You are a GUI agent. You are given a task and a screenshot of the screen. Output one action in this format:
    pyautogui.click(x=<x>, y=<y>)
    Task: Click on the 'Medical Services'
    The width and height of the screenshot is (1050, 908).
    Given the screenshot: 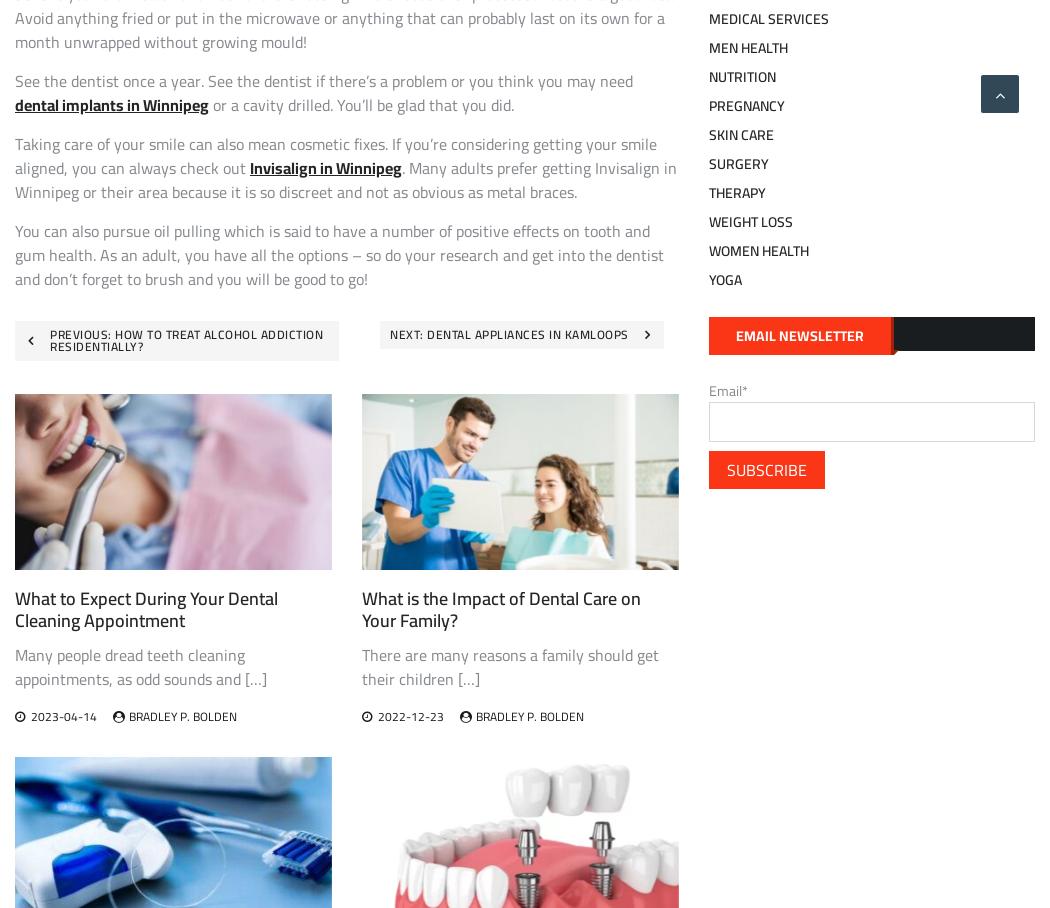 What is the action you would take?
    pyautogui.click(x=767, y=17)
    